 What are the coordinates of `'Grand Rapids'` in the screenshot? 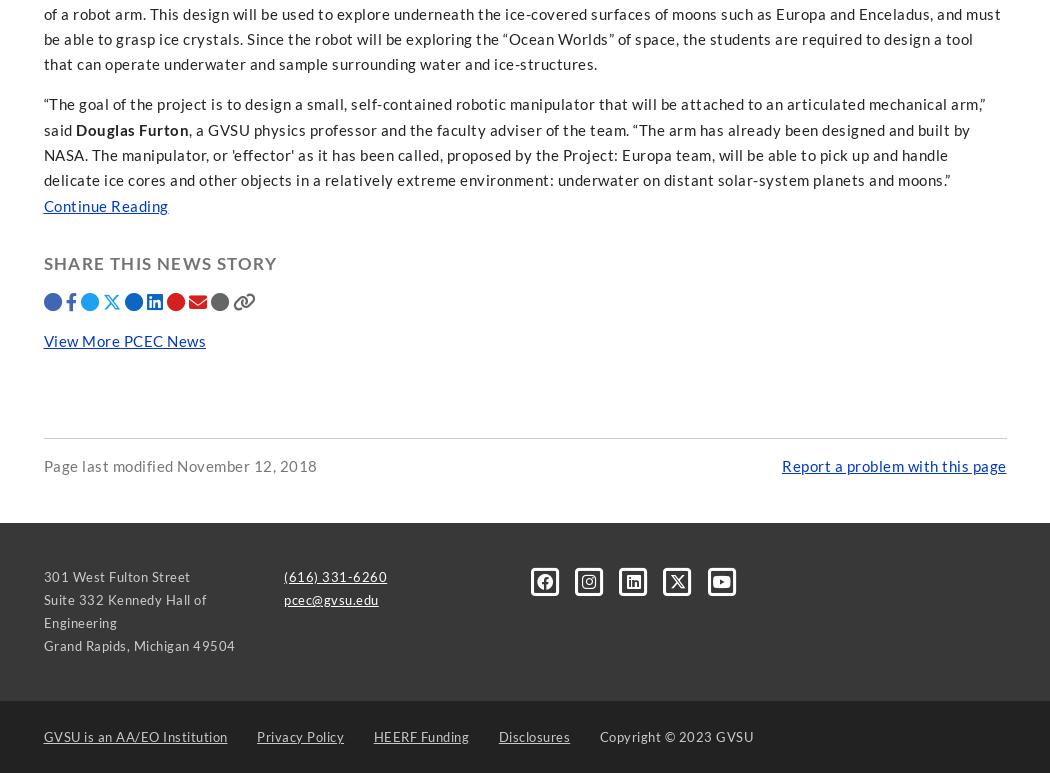 It's located at (84, 644).